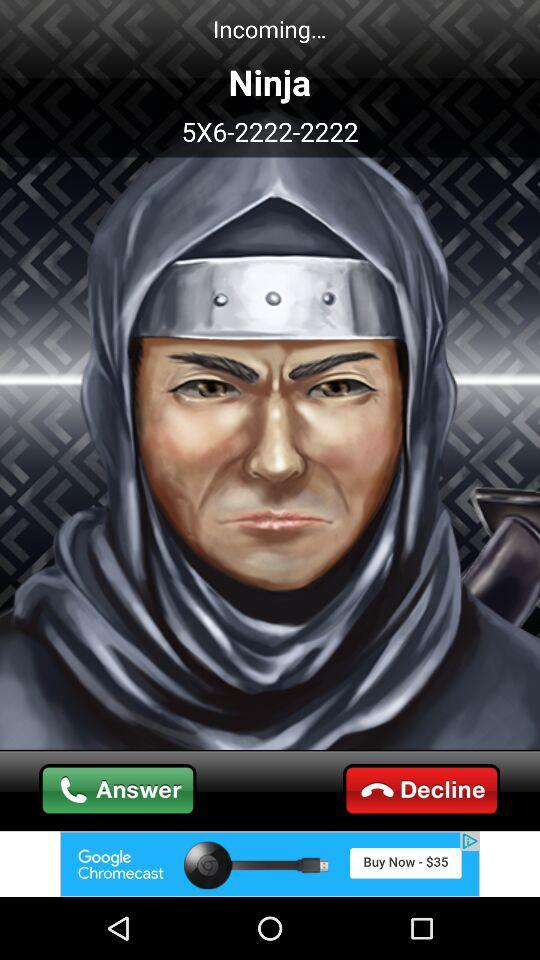 This screenshot has height=960, width=540. What do you see at coordinates (420, 790) in the screenshot?
I see `call cut the option` at bounding box center [420, 790].